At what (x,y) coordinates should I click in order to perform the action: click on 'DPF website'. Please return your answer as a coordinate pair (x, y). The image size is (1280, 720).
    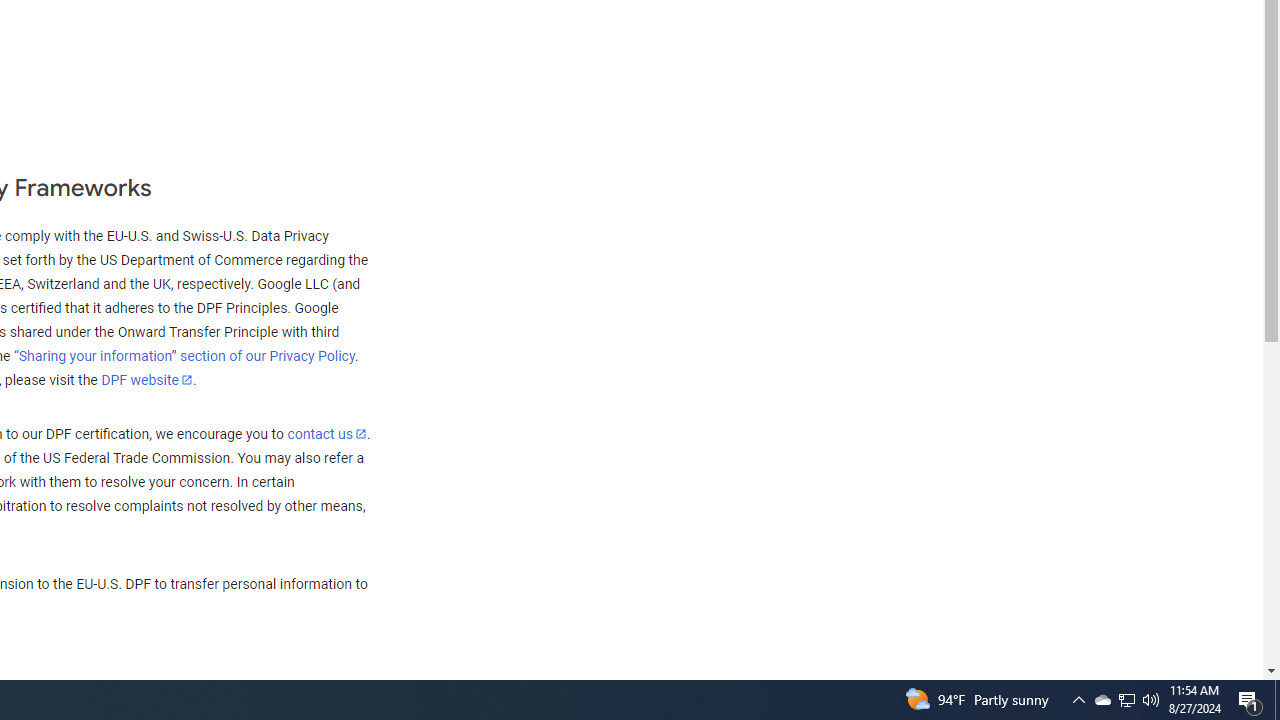
    Looking at the image, I should click on (146, 379).